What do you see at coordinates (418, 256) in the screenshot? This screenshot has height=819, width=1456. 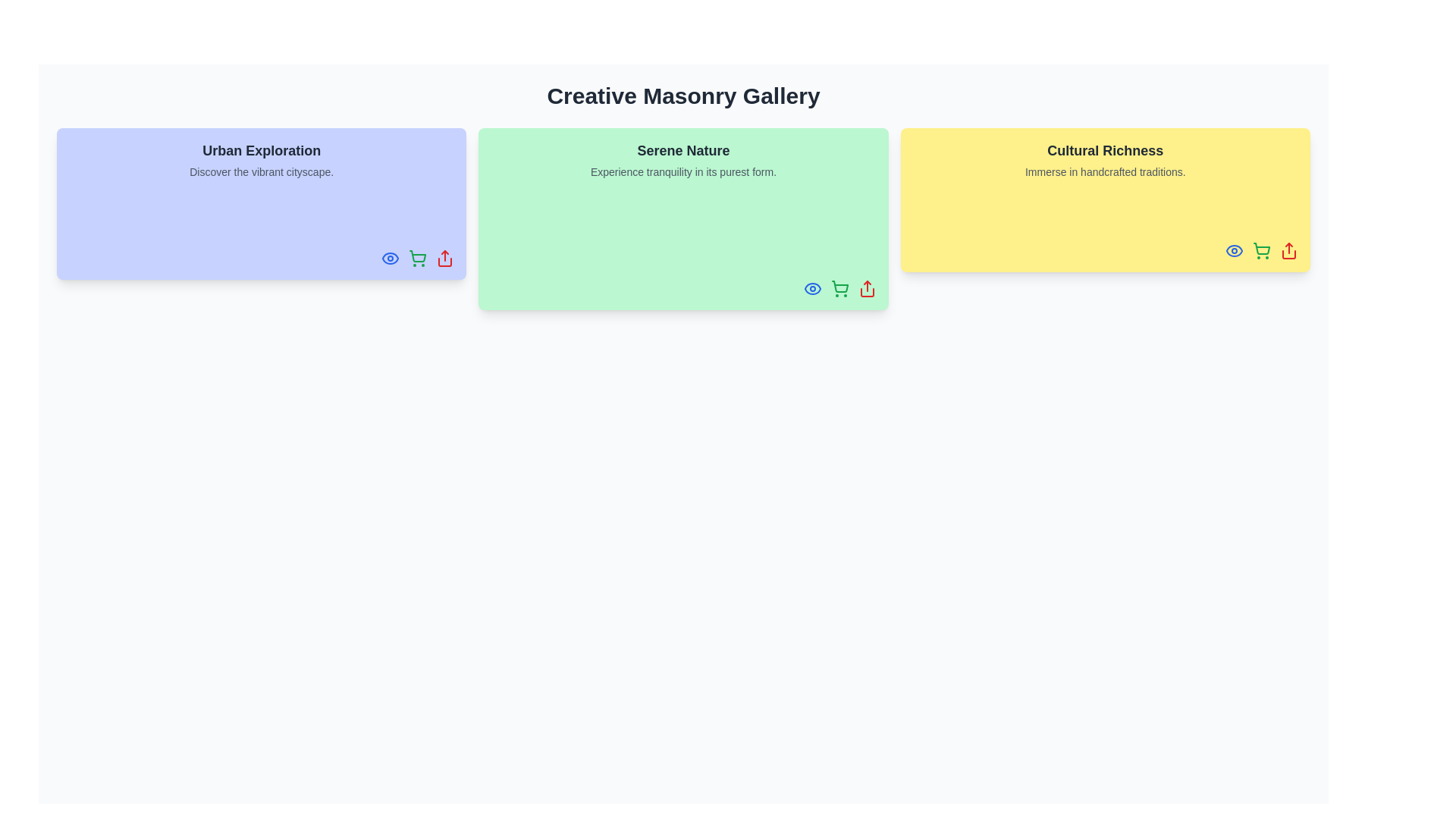 I see `the shopping cart icon located in the lower-right corner of the blue card labeled 'Urban Exploration'` at bounding box center [418, 256].